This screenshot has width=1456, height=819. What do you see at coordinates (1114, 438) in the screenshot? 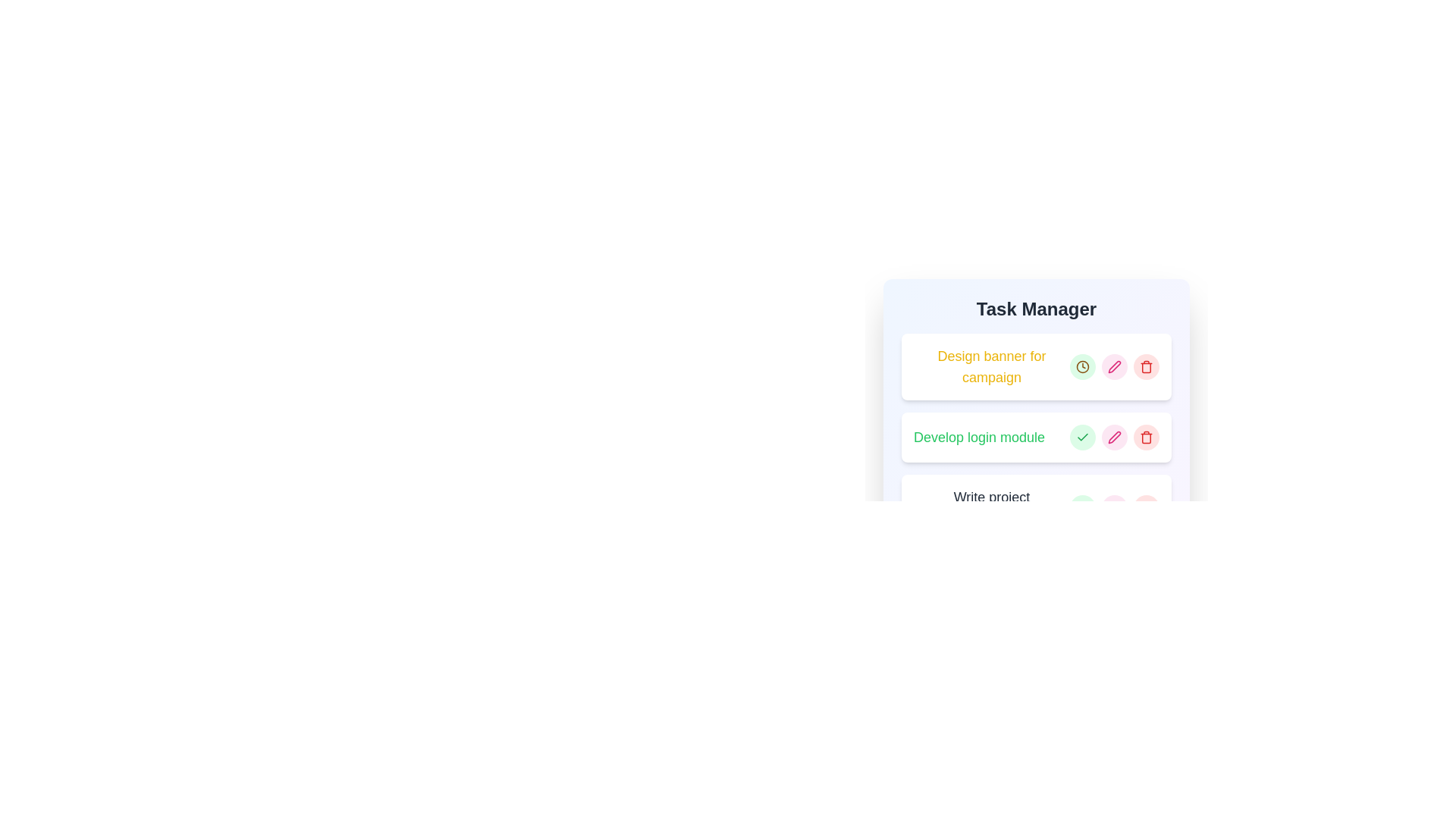
I see `the edit icon button located in the middle of a set of three circular buttons on a light pink background` at bounding box center [1114, 438].